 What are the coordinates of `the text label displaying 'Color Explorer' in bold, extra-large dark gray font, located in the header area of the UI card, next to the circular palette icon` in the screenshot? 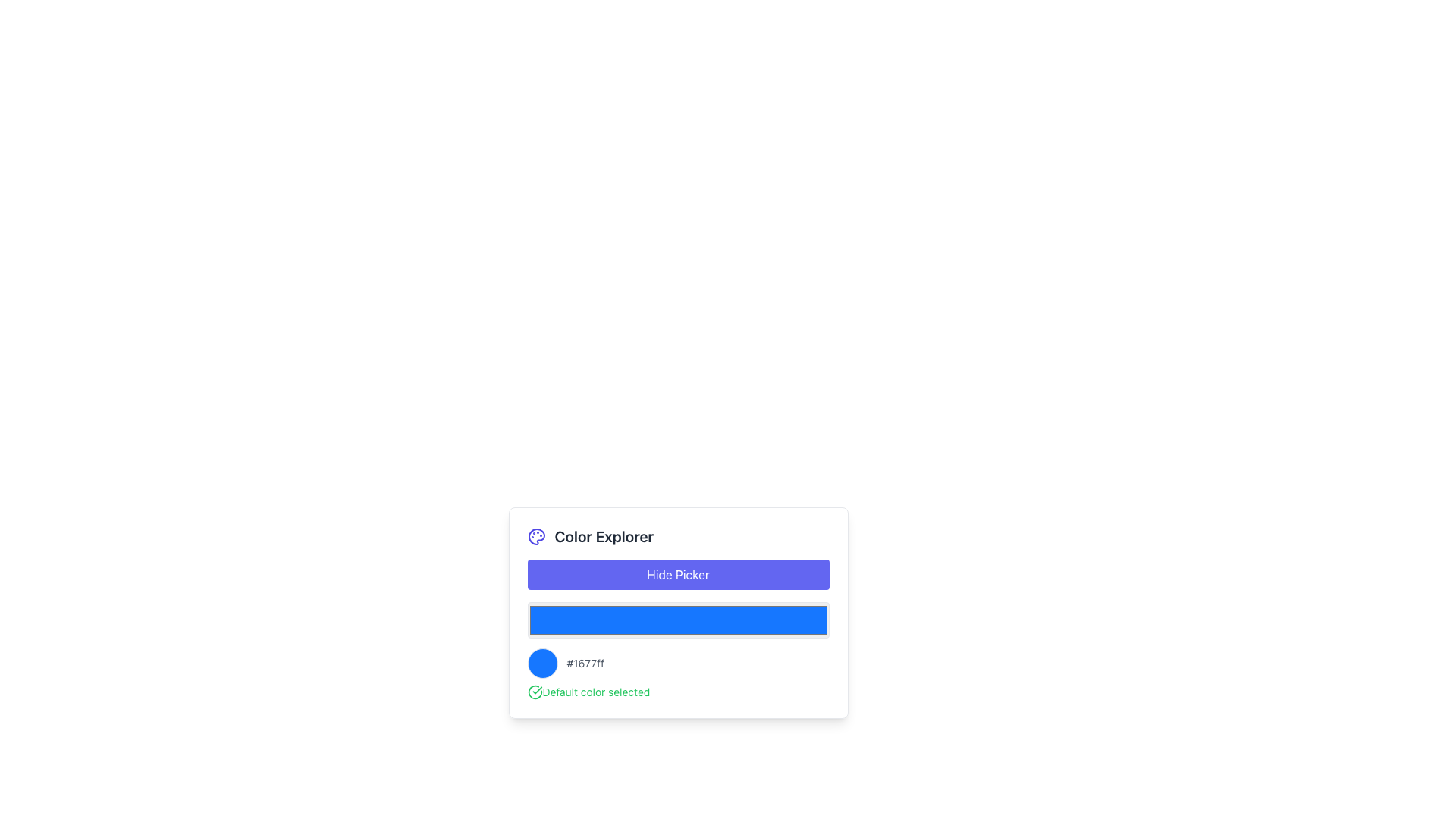 It's located at (603, 536).